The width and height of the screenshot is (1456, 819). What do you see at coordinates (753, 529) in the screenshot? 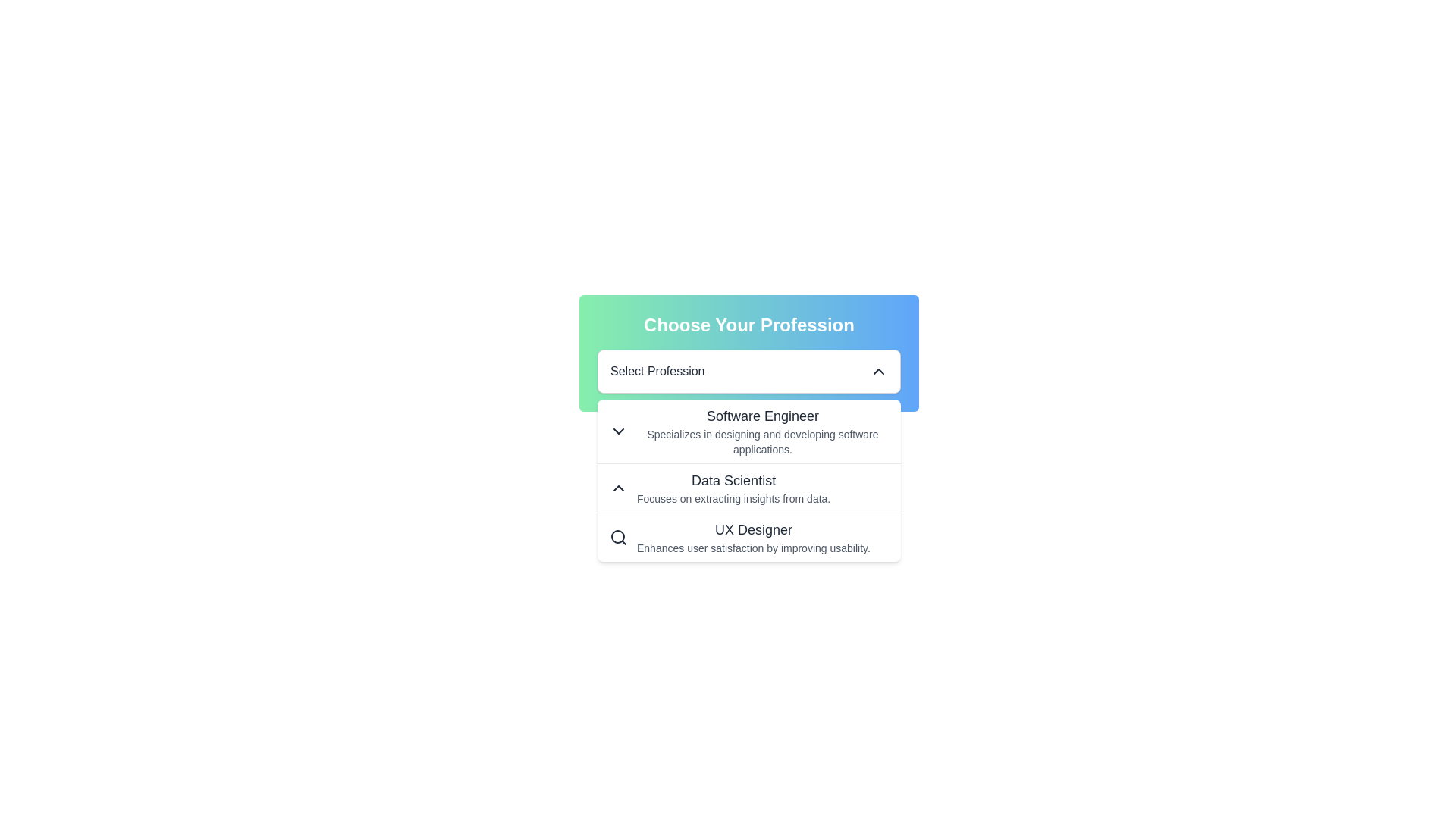
I see `the 'UX Designer' option in the dropdown list` at bounding box center [753, 529].